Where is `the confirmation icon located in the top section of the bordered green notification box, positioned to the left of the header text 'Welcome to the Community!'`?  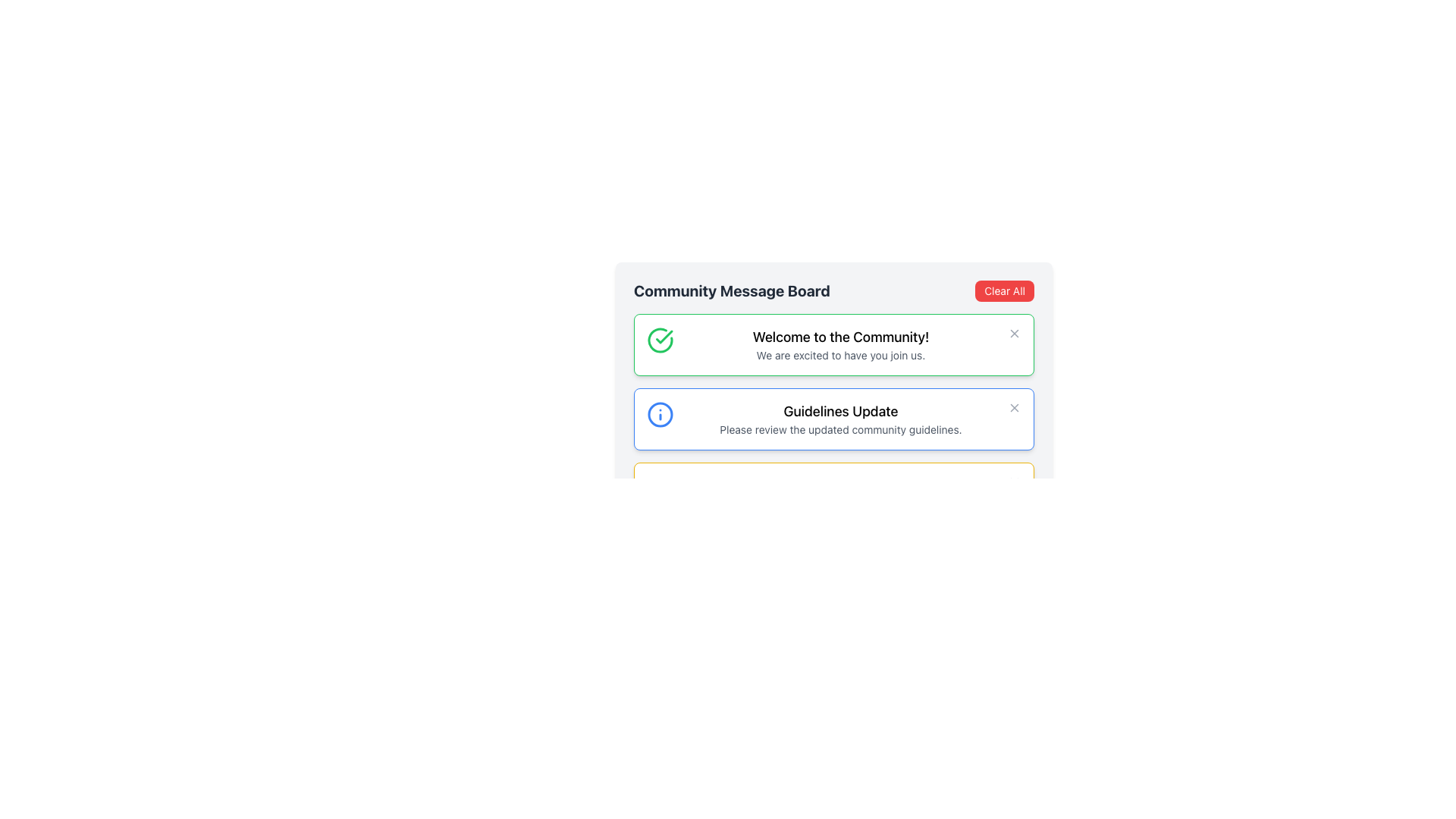
the confirmation icon located in the top section of the bordered green notification box, positioned to the left of the header text 'Welcome to the Community!' is located at coordinates (660, 339).